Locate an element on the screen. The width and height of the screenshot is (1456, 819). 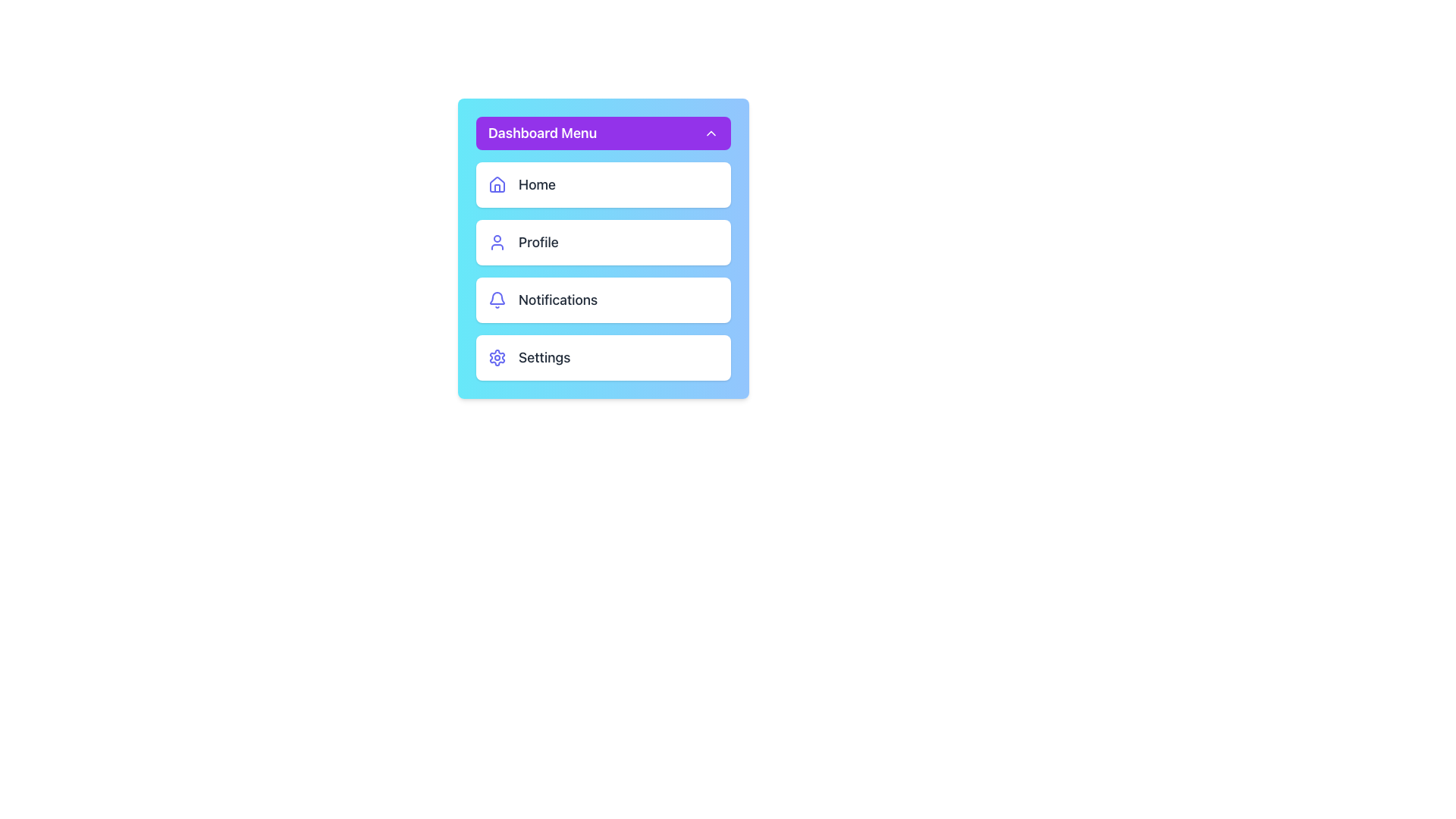
the 'Dashboard Menu' text label, which is prominently displayed in bold white font on a purple background within a dropdown menu header is located at coordinates (542, 133).